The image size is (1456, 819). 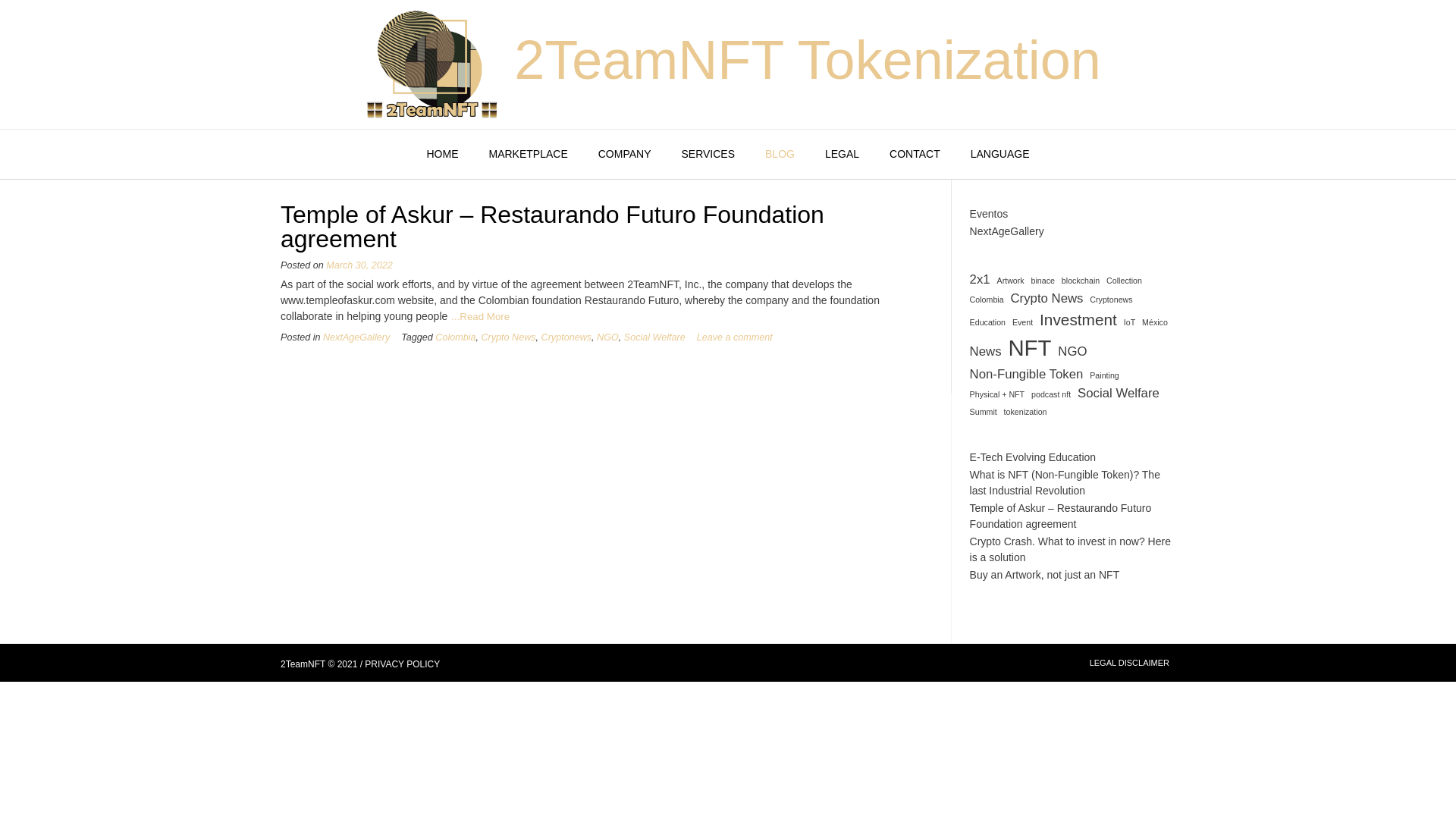 I want to click on 'Social Welfare', so click(x=623, y=336).